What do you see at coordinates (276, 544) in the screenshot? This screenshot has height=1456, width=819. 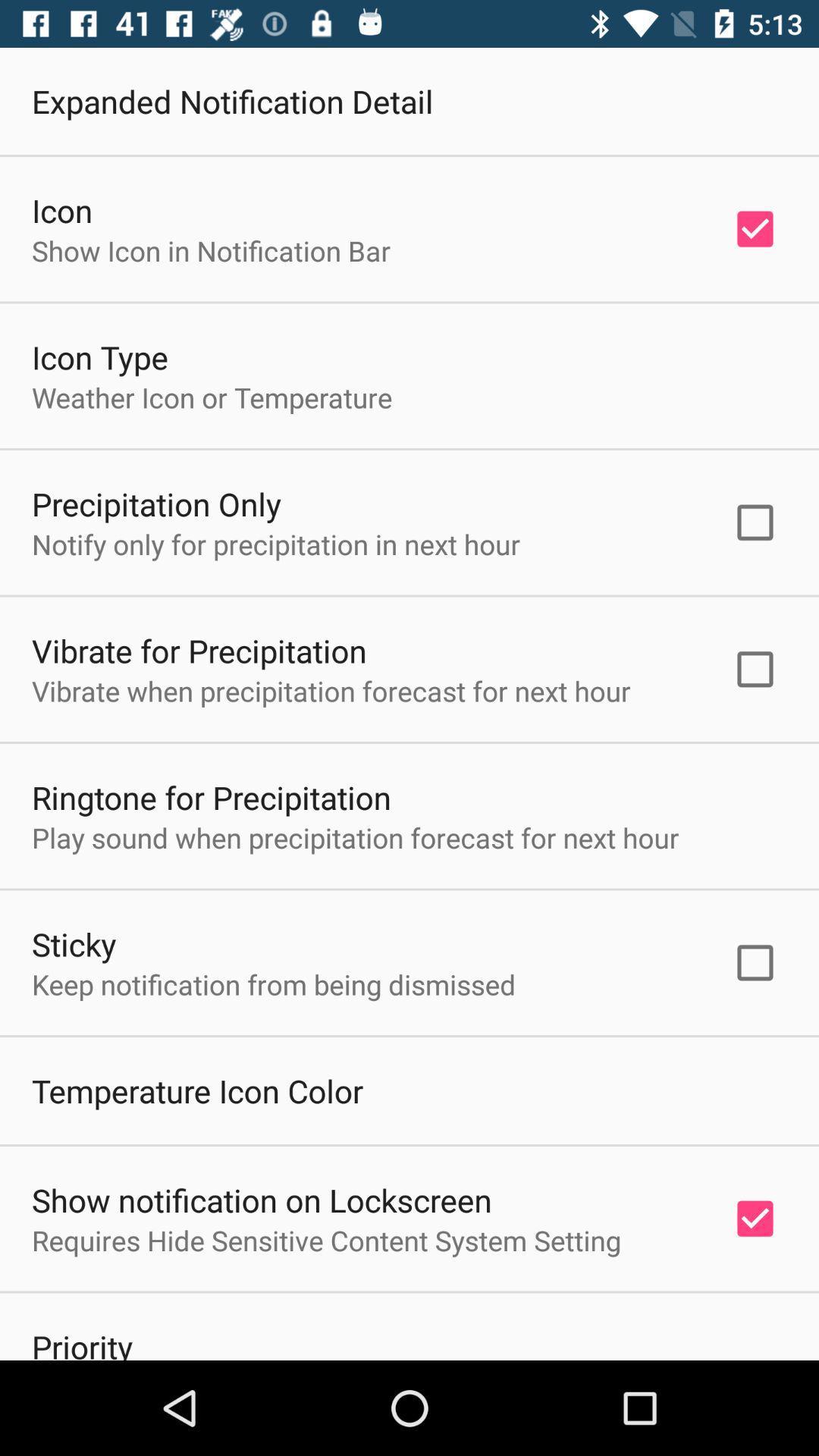 I see `the notify only for item` at bounding box center [276, 544].